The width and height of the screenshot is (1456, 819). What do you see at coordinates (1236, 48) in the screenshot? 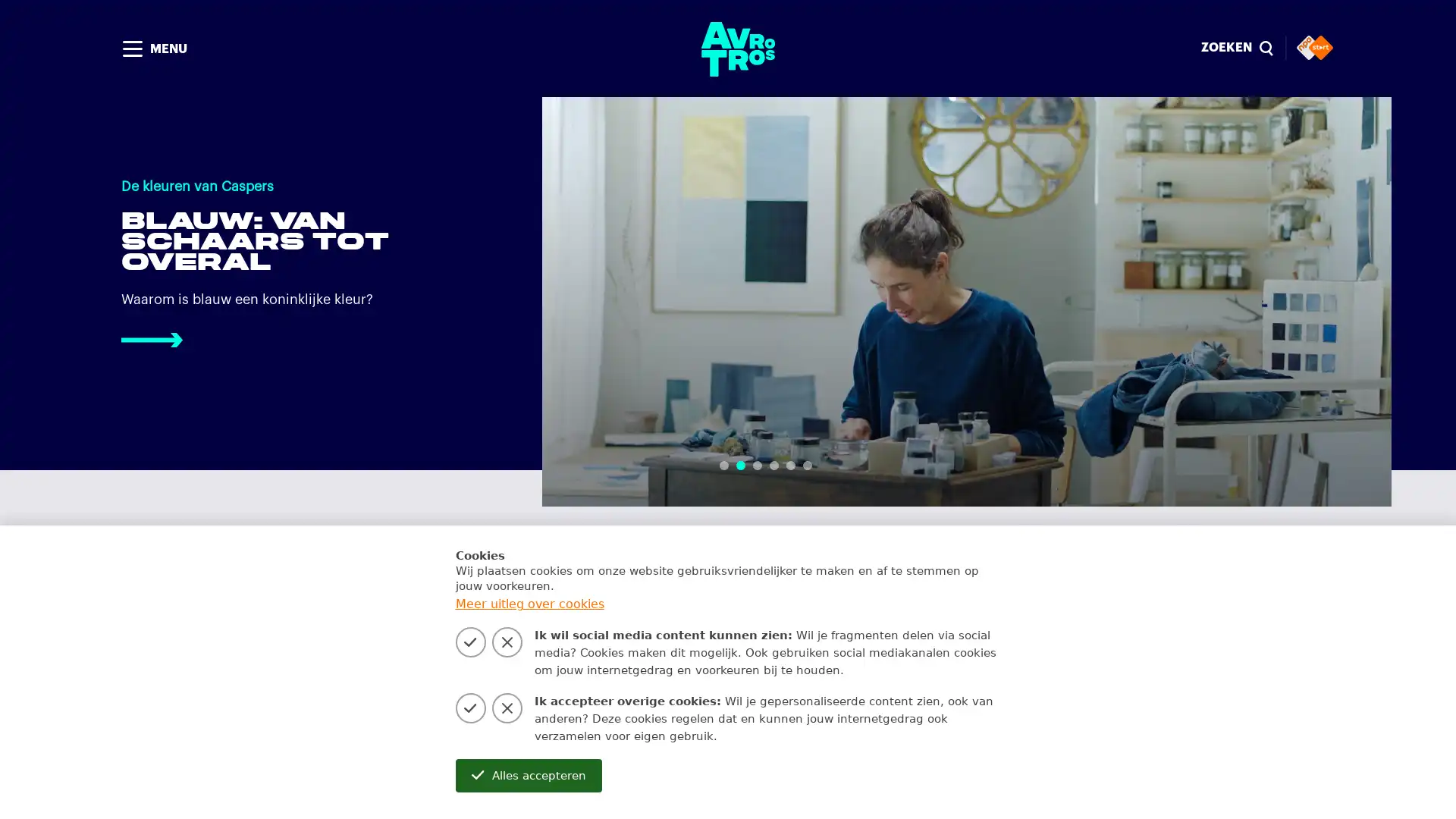
I see `ZOEKEN magnify` at bounding box center [1236, 48].